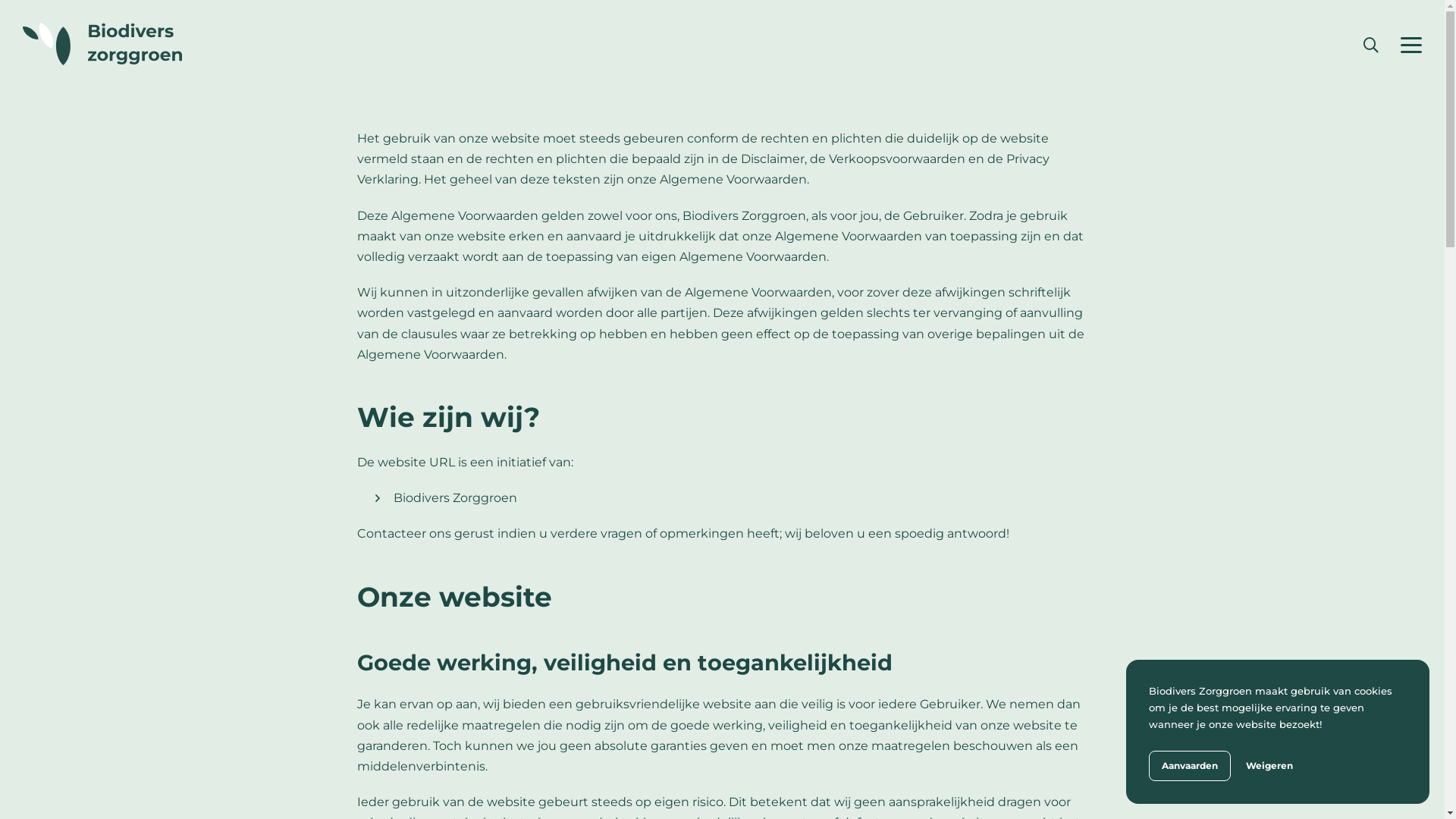  I want to click on 'Weigeren', so click(1245, 766).